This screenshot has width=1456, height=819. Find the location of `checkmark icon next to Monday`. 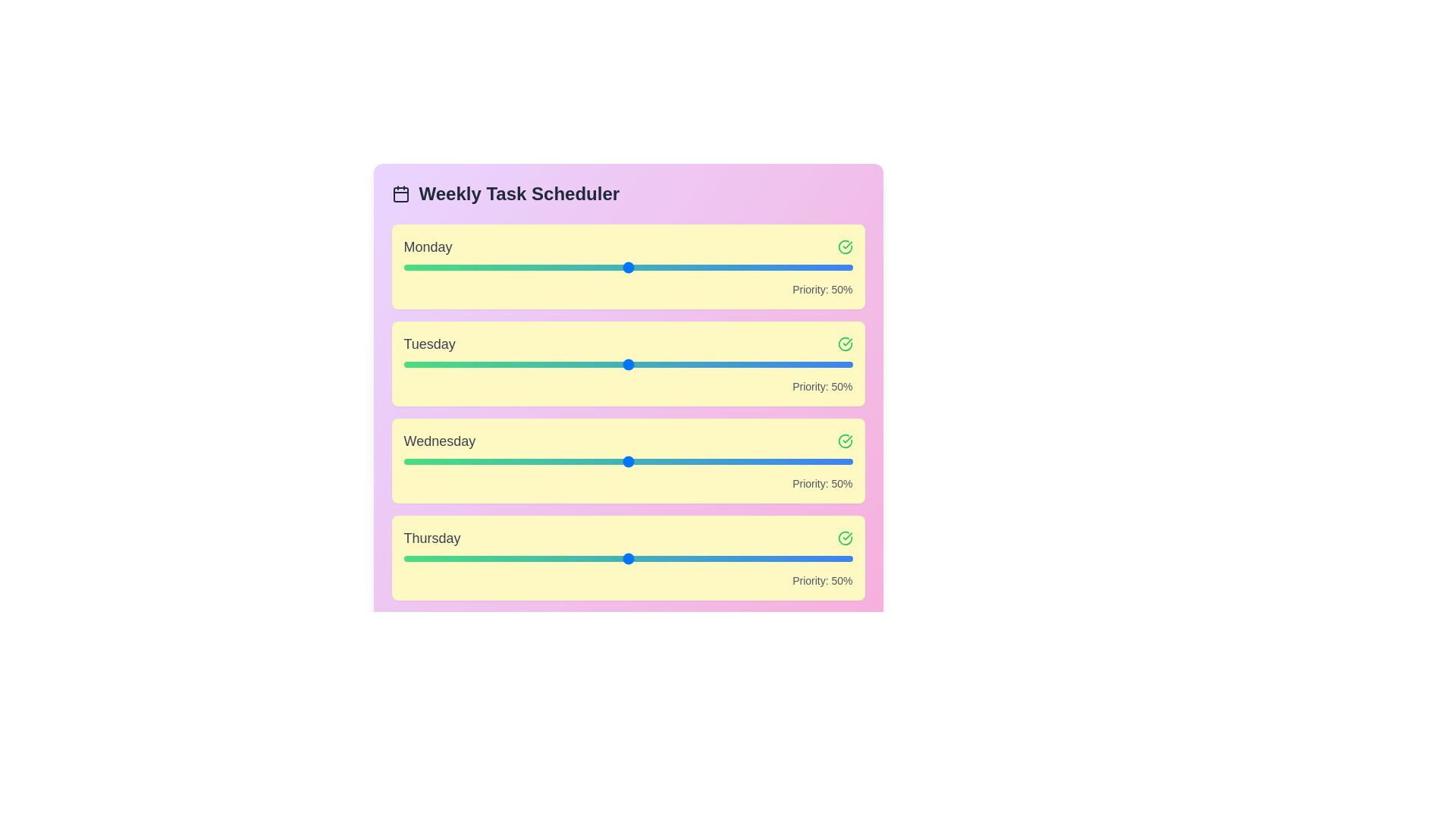

checkmark icon next to Monday is located at coordinates (844, 246).